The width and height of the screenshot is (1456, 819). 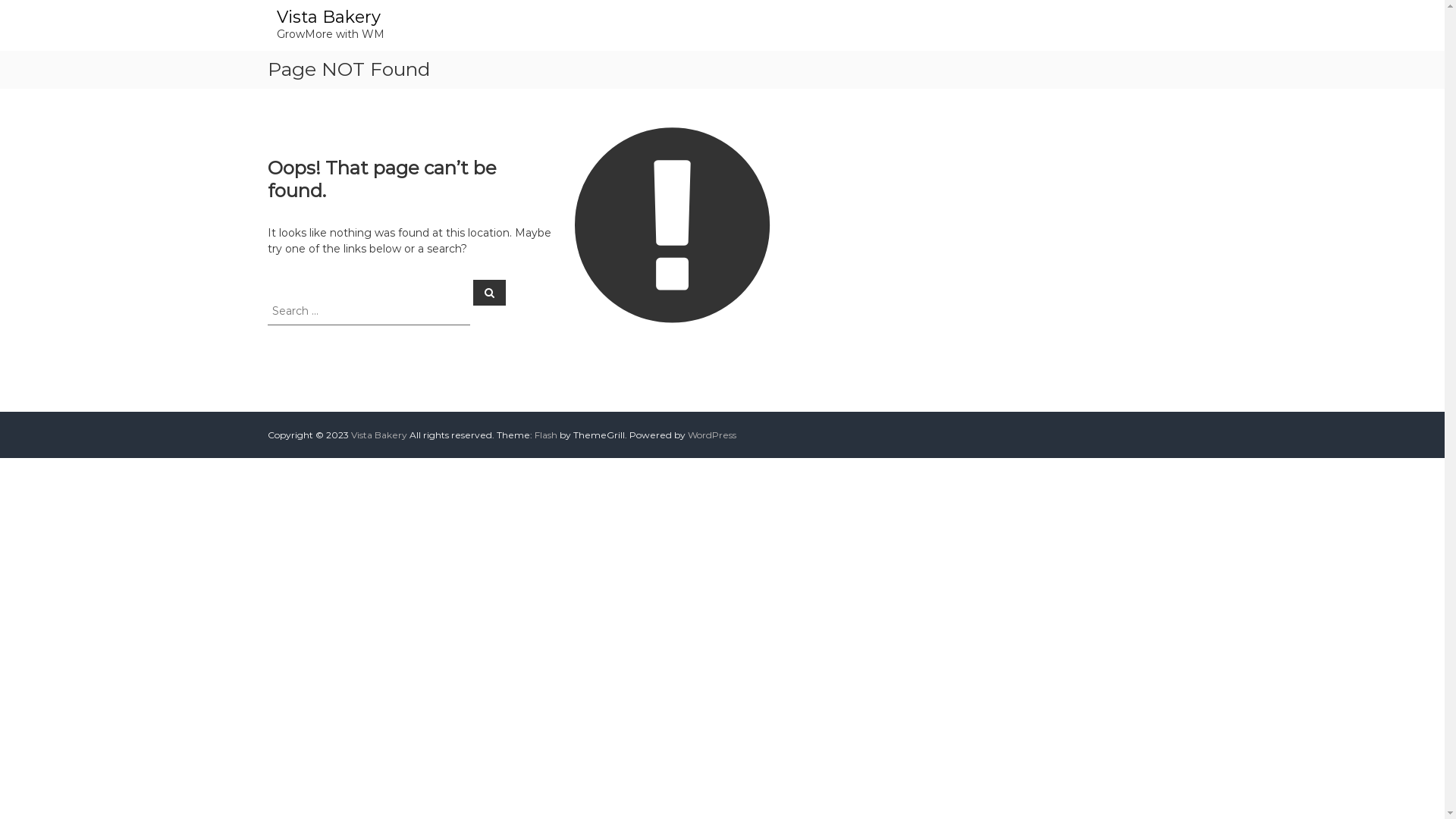 What do you see at coordinates (327, 17) in the screenshot?
I see `'Vista Bakery'` at bounding box center [327, 17].